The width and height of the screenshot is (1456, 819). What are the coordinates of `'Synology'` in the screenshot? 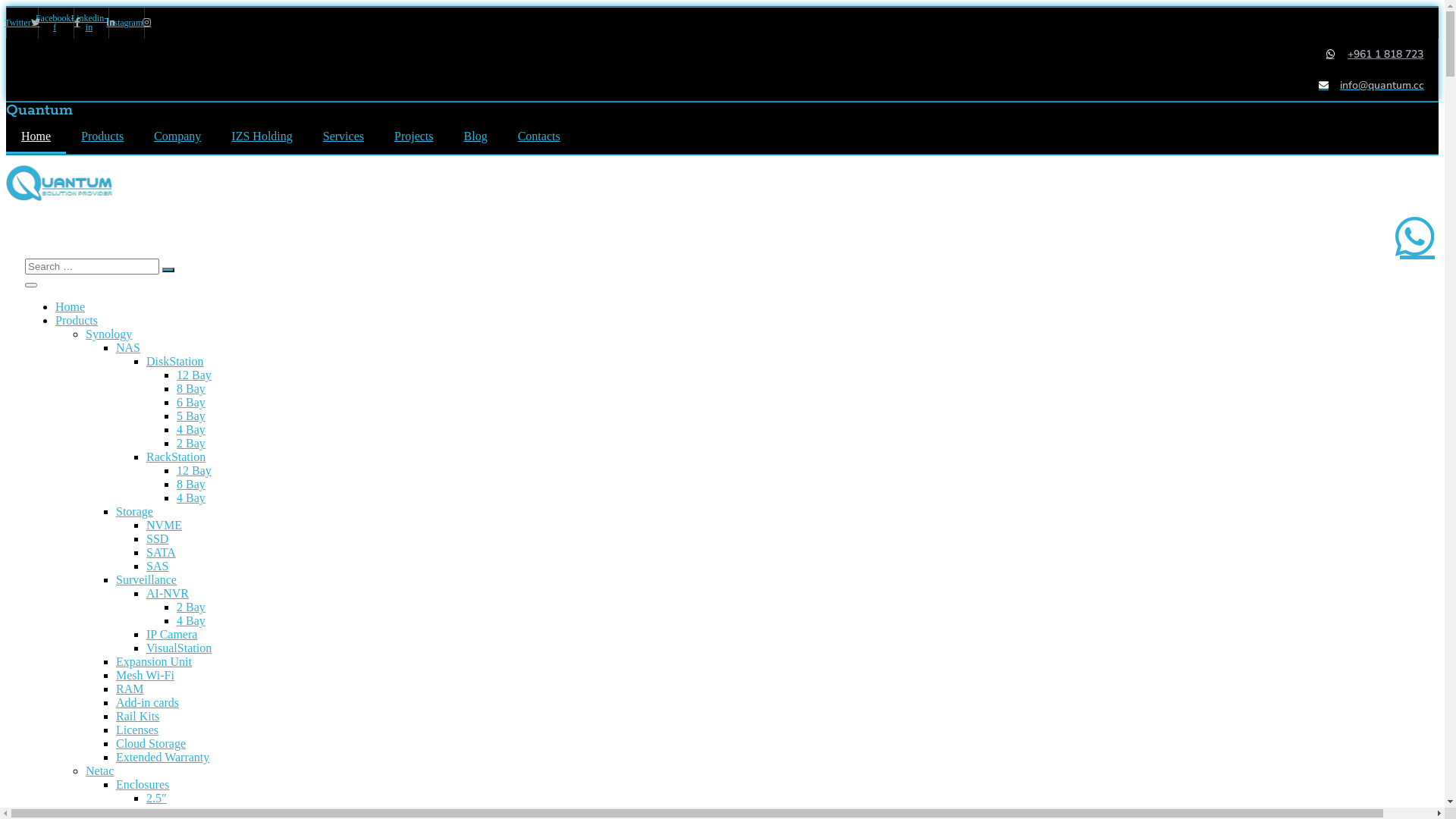 It's located at (85, 333).